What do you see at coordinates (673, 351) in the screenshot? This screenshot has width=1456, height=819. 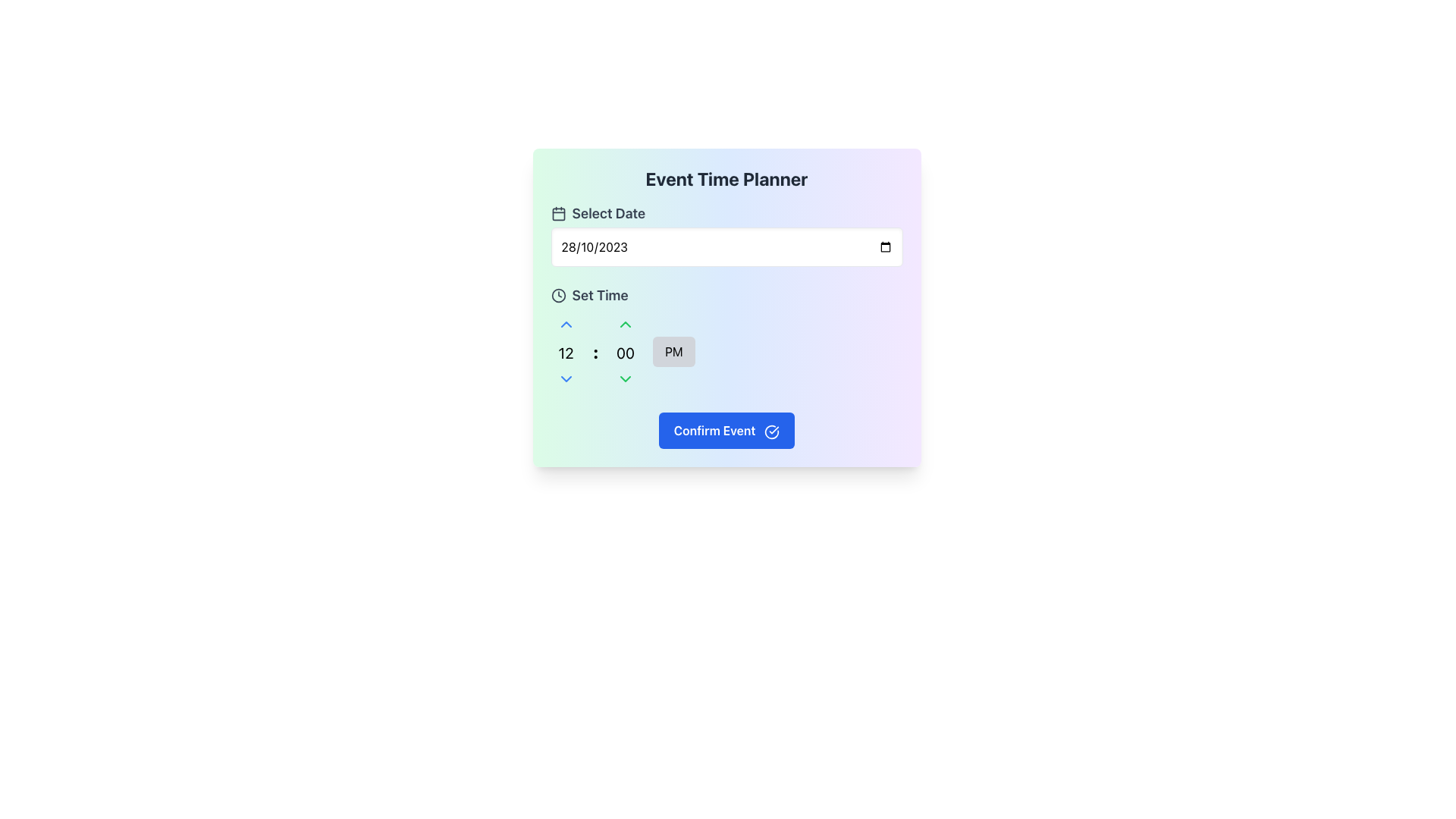 I see `the static text indicator that displays 'PM' in the time selection interface, positioned to the right of '12:00' and separated by noticeable space` at bounding box center [673, 351].